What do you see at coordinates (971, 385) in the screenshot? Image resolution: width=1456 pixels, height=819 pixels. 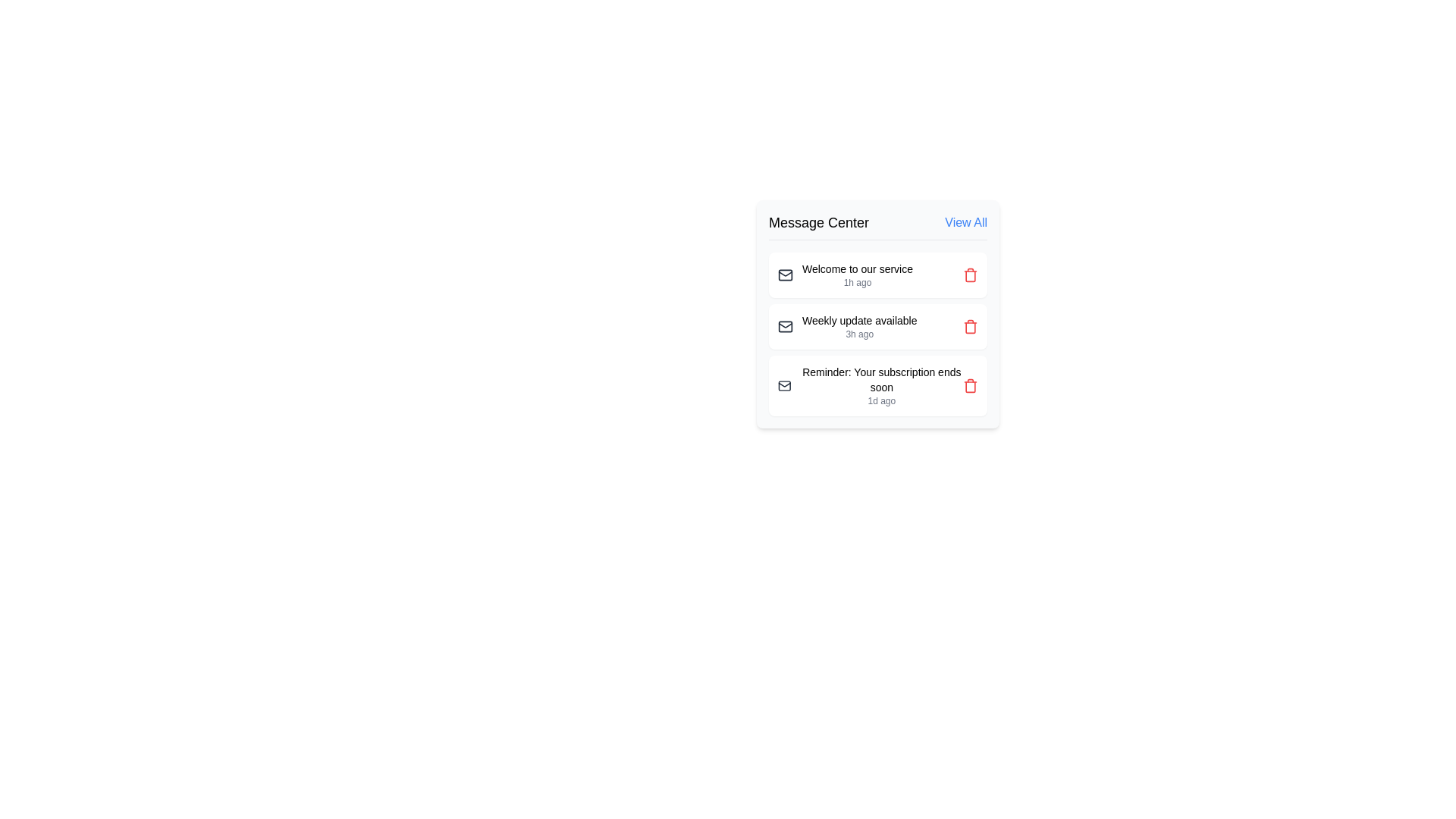 I see `the red trash bin icon button positioned to the far right of the last notification entry in the list` at bounding box center [971, 385].